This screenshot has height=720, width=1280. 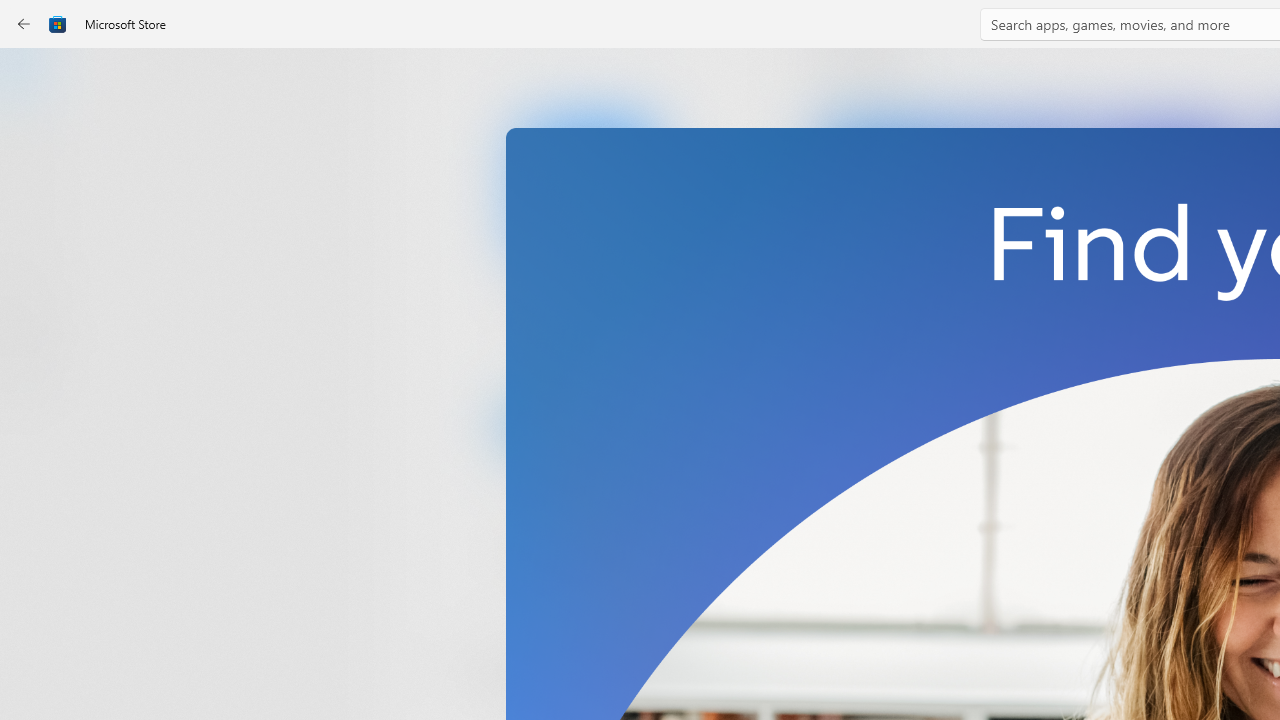 What do you see at coordinates (24, 24) in the screenshot?
I see `'Back'` at bounding box center [24, 24].